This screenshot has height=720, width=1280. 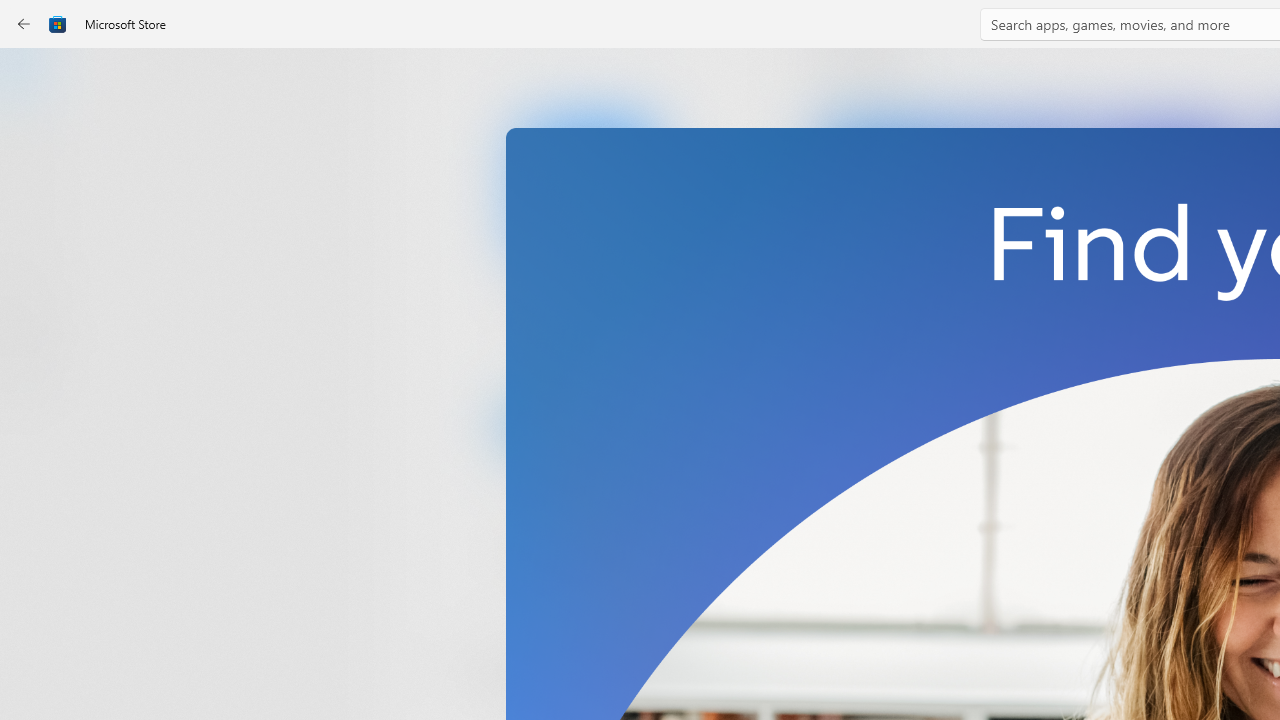 What do you see at coordinates (24, 24) in the screenshot?
I see `'Back'` at bounding box center [24, 24].